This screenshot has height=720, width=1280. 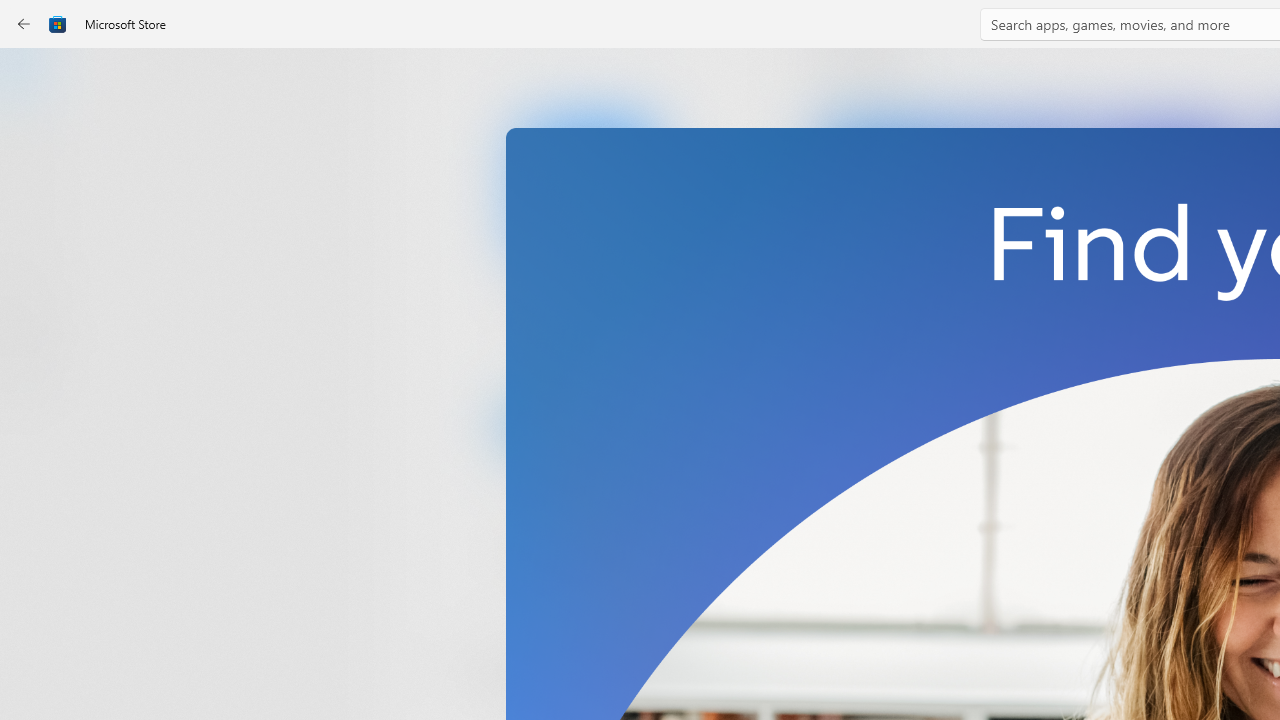 What do you see at coordinates (24, 24) in the screenshot?
I see `'Back'` at bounding box center [24, 24].